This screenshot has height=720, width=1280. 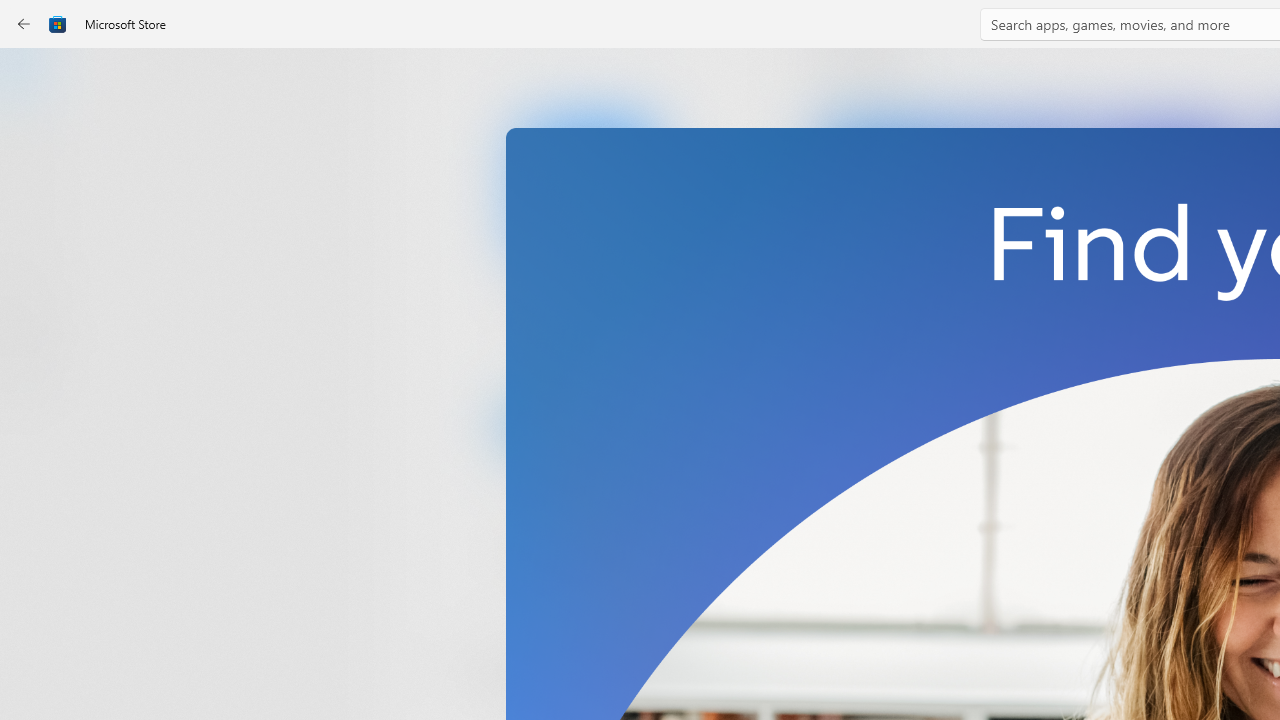 What do you see at coordinates (24, 24) in the screenshot?
I see `'Back'` at bounding box center [24, 24].